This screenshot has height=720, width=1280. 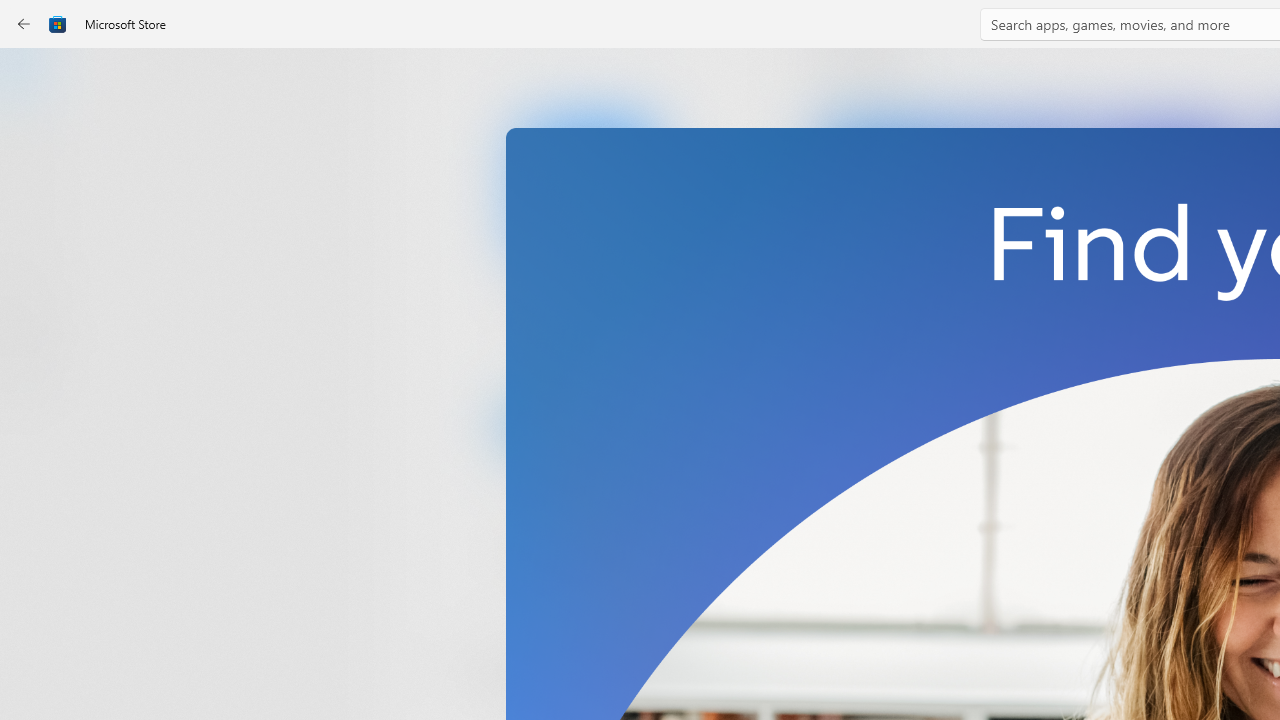 What do you see at coordinates (24, 24) in the screenshot?
I see `'Back'` at bounding box center [24, 24].